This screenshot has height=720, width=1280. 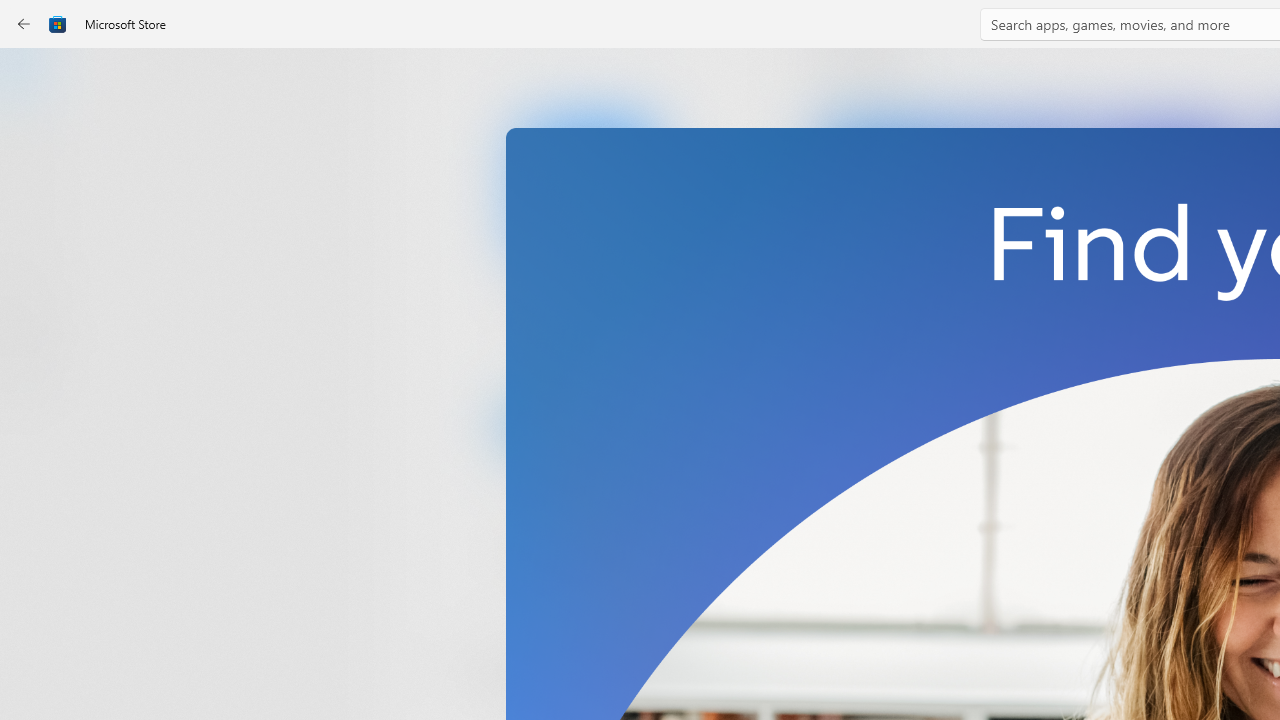 What do you see at coordinates (24, 24) in the screenshot?
I see `'Back'` at bounding box center [24, 24].